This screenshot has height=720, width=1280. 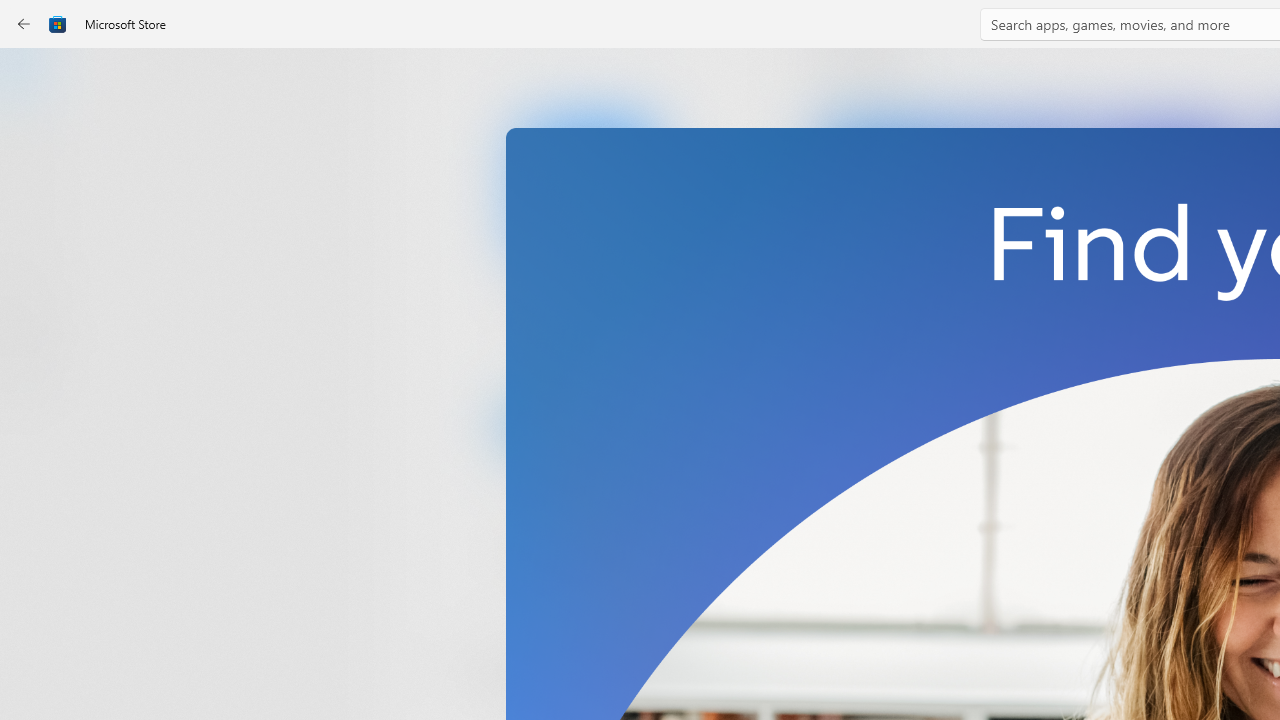 What do you see at coordinates (24, 24) in the screenshot?
I see `'Back'` at bounding box center [24, 24].